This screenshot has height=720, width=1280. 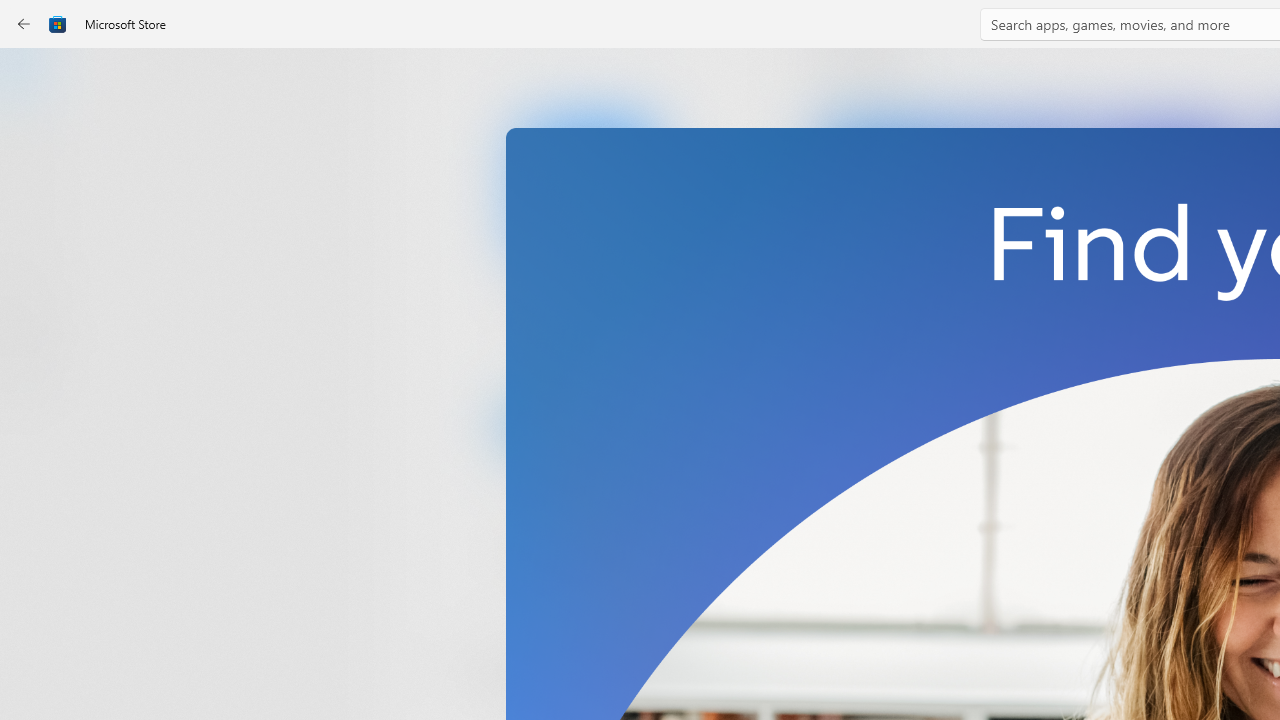 What do you see at coordinates (24, 24) in the screenshot?
I see `'Back'` at bounding box center [24, 24].